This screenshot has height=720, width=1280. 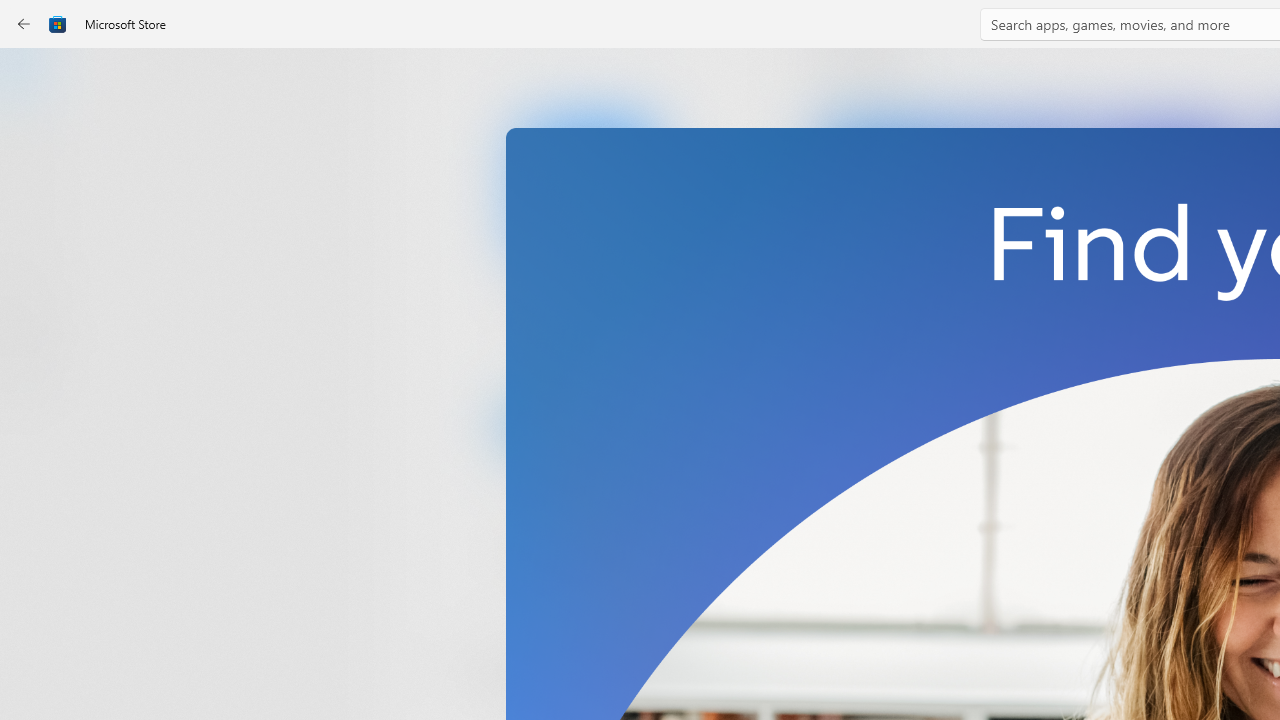 What do you see at coordinates (24, 24) in the screenshot?
I see `'Back'` at bounding box center [24, 24].